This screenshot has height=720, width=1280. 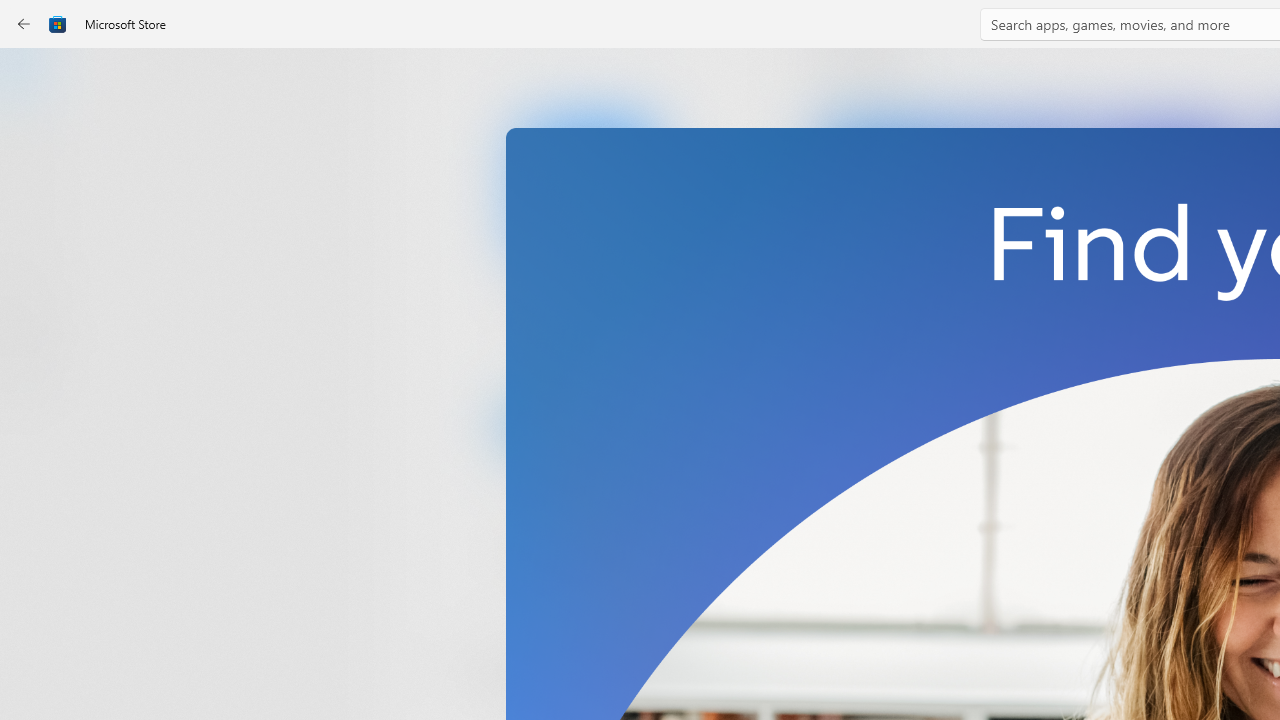 What do you see at coordinates (24, 24) in the screenshot?
I see `'Back'` at bounding box center [24, 24].